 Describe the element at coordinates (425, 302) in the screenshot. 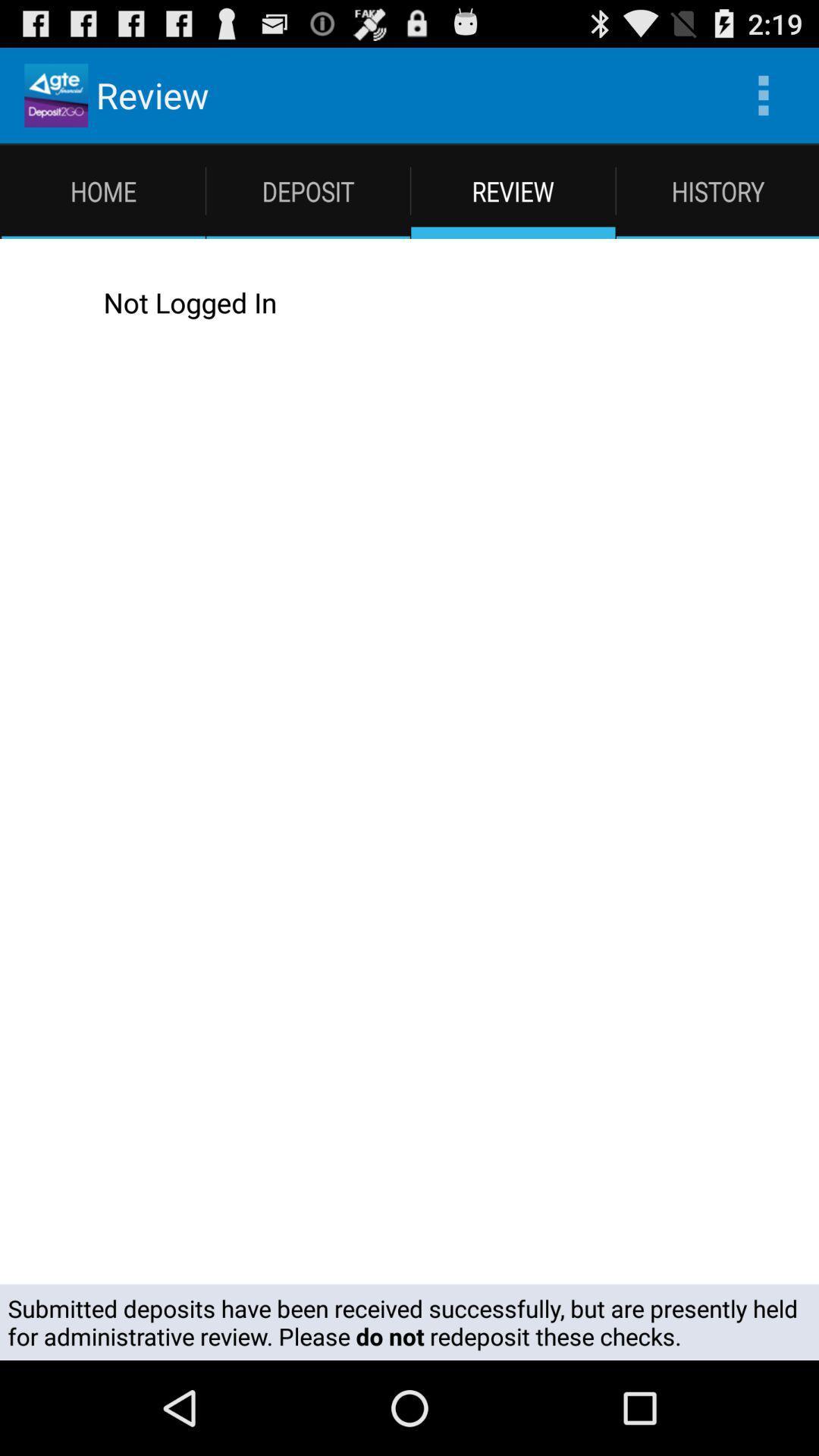

I see `the not logged in app` at that location.